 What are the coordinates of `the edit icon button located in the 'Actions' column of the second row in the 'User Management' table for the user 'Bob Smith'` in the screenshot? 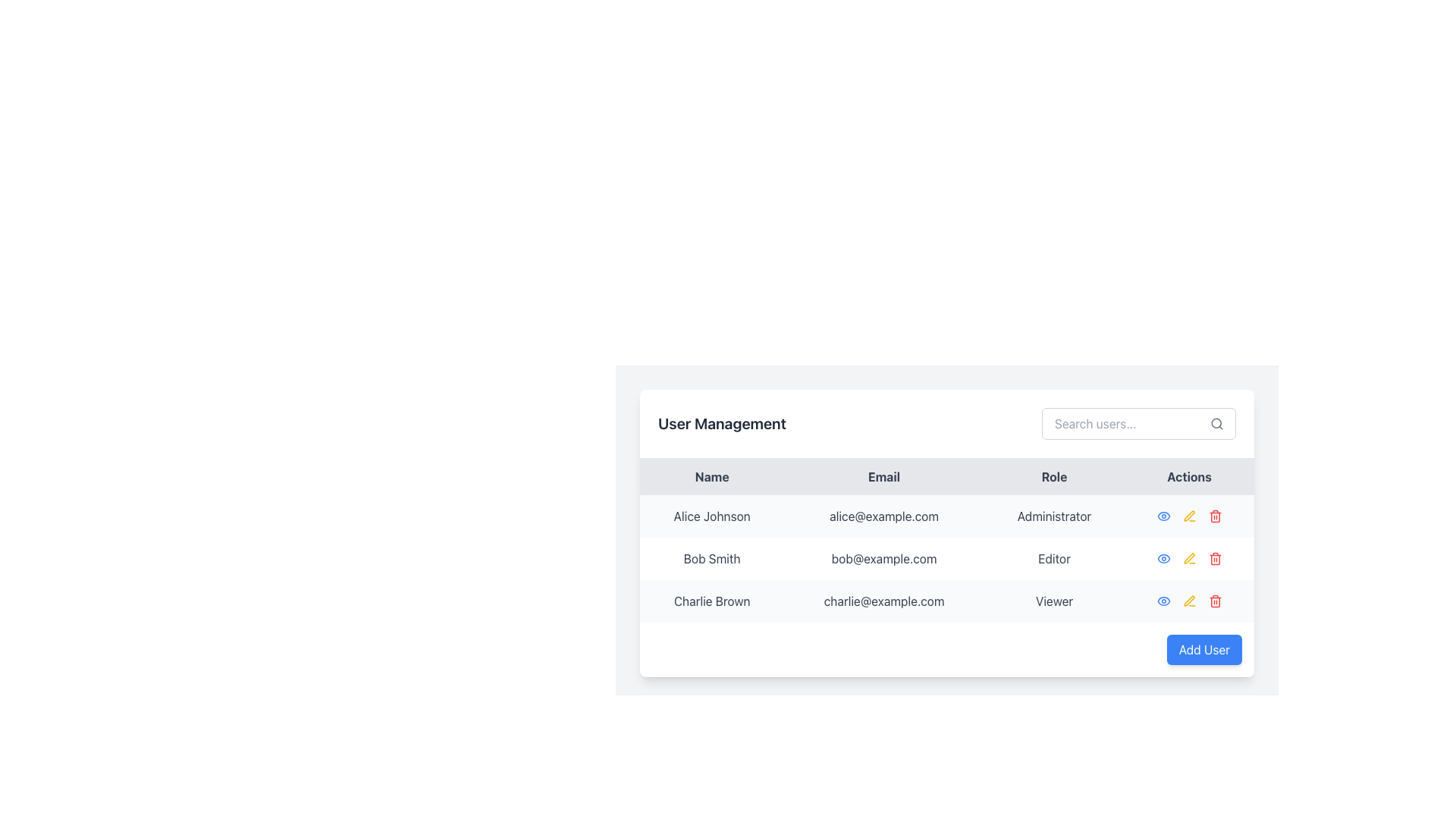 It's located at (1188, 558).